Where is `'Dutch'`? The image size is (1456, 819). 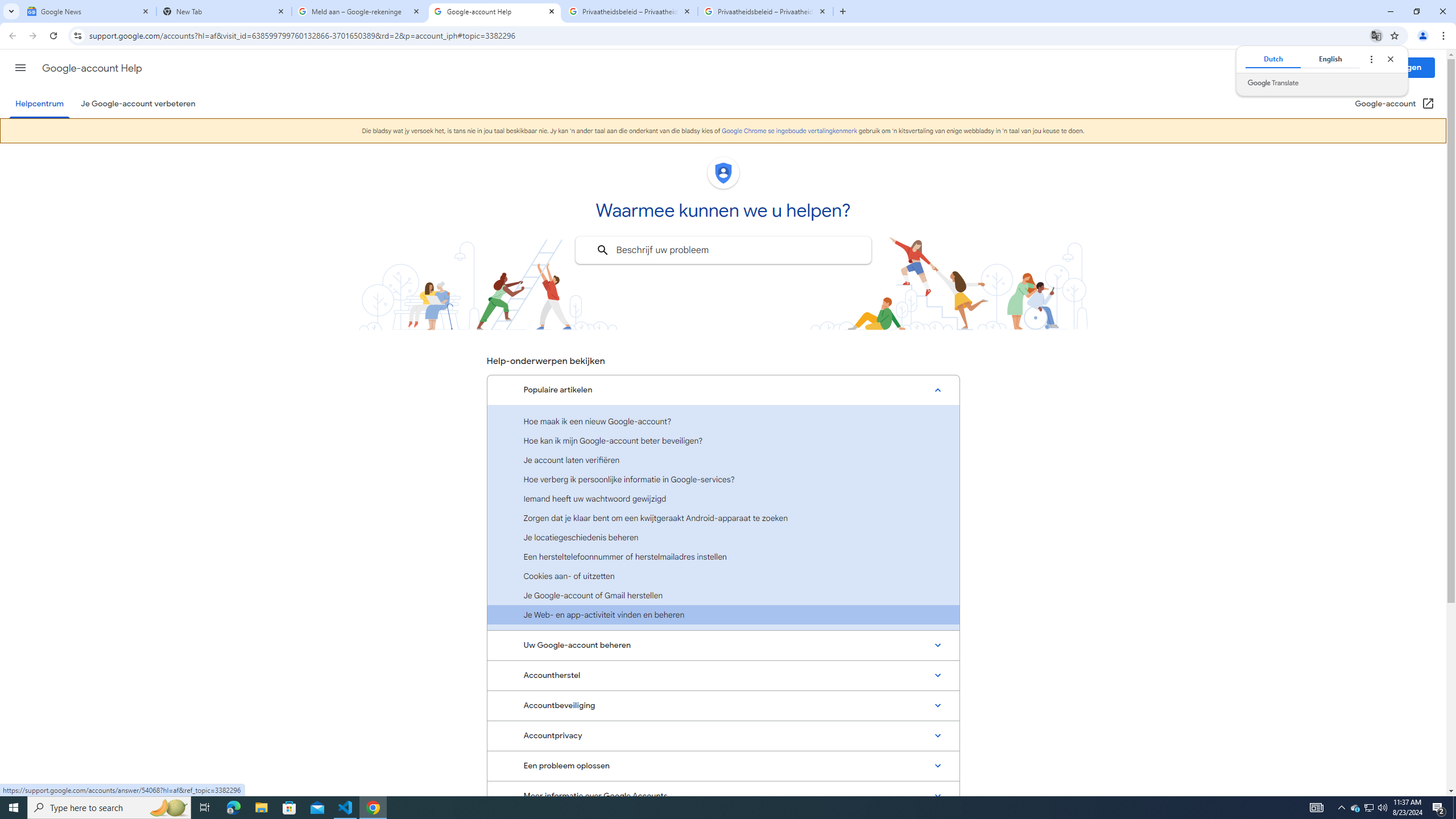
'Dutch' is located at coordinates (1272, 59).